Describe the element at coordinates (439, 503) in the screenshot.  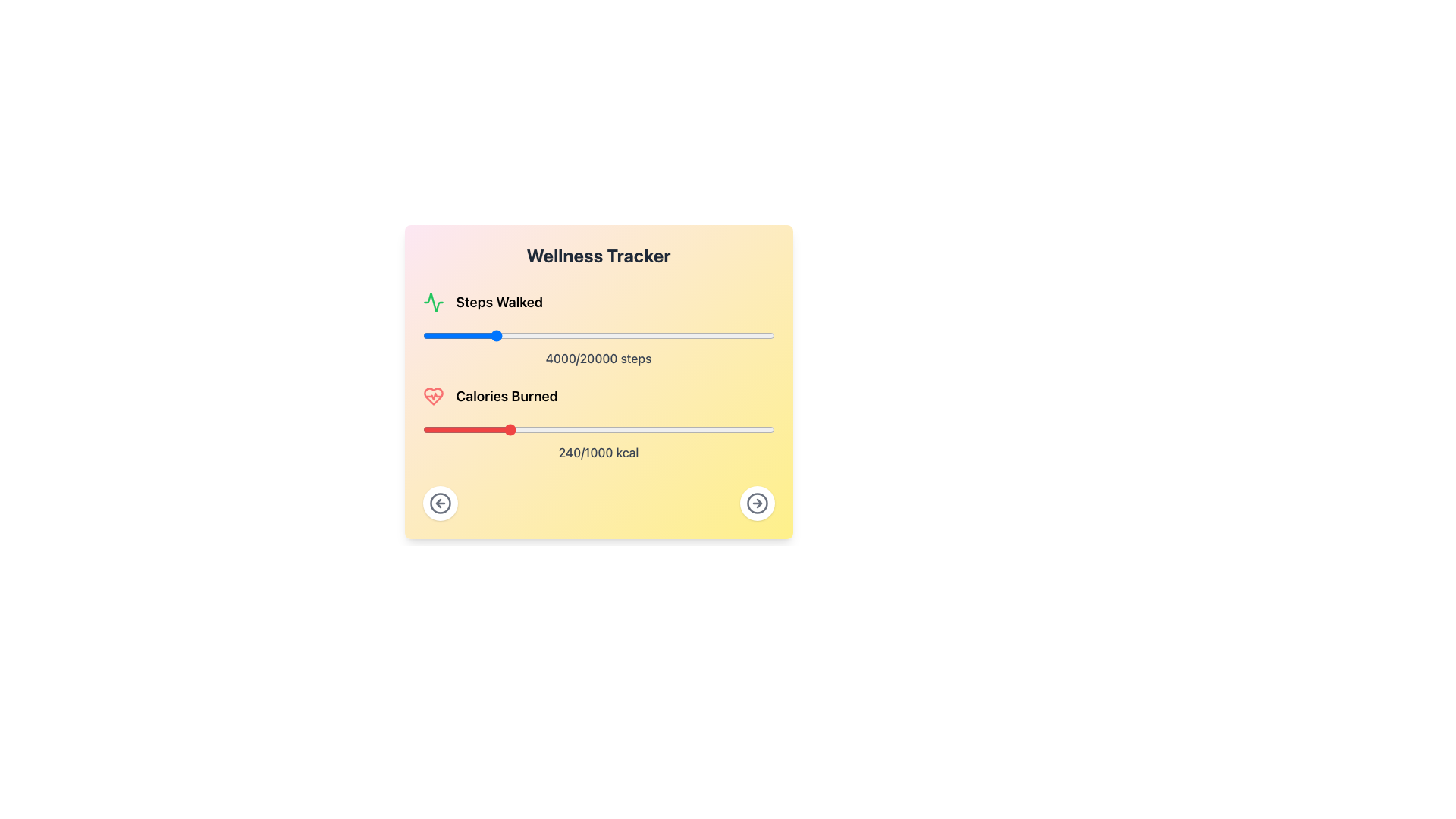
I see `the inner circular SVG element within the bottom-left corner icon of the wellness tracker card, which features a leftward arrow` at that location.